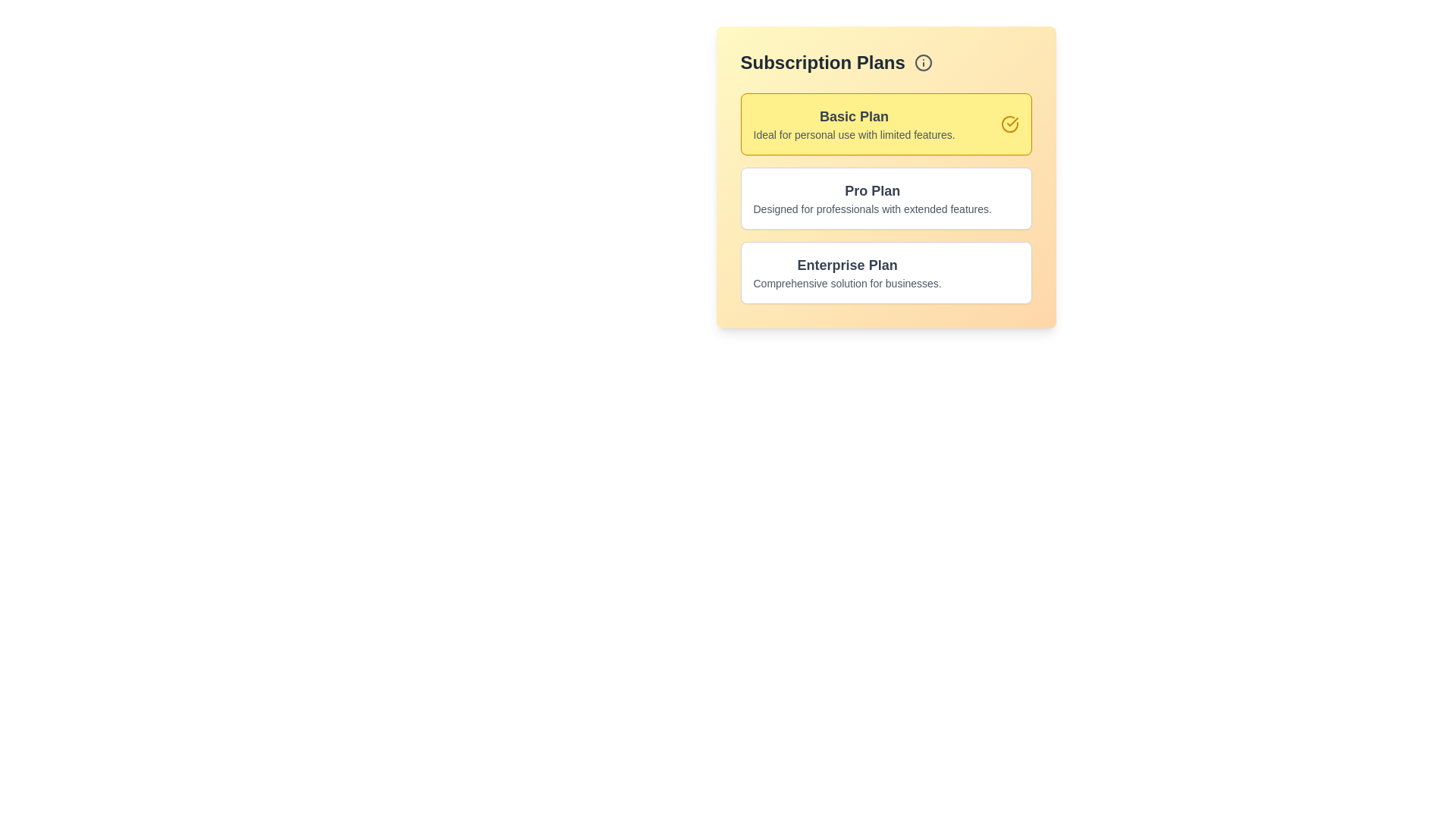  Describe the element at coordinates (854, 124) in the screenshot. I see `the 'Basic Plan' subscription description text, which is the first option in the subscription plan list, located within a yellow-highlighted box near the top of the 'Subscription Plans' section` at that location.